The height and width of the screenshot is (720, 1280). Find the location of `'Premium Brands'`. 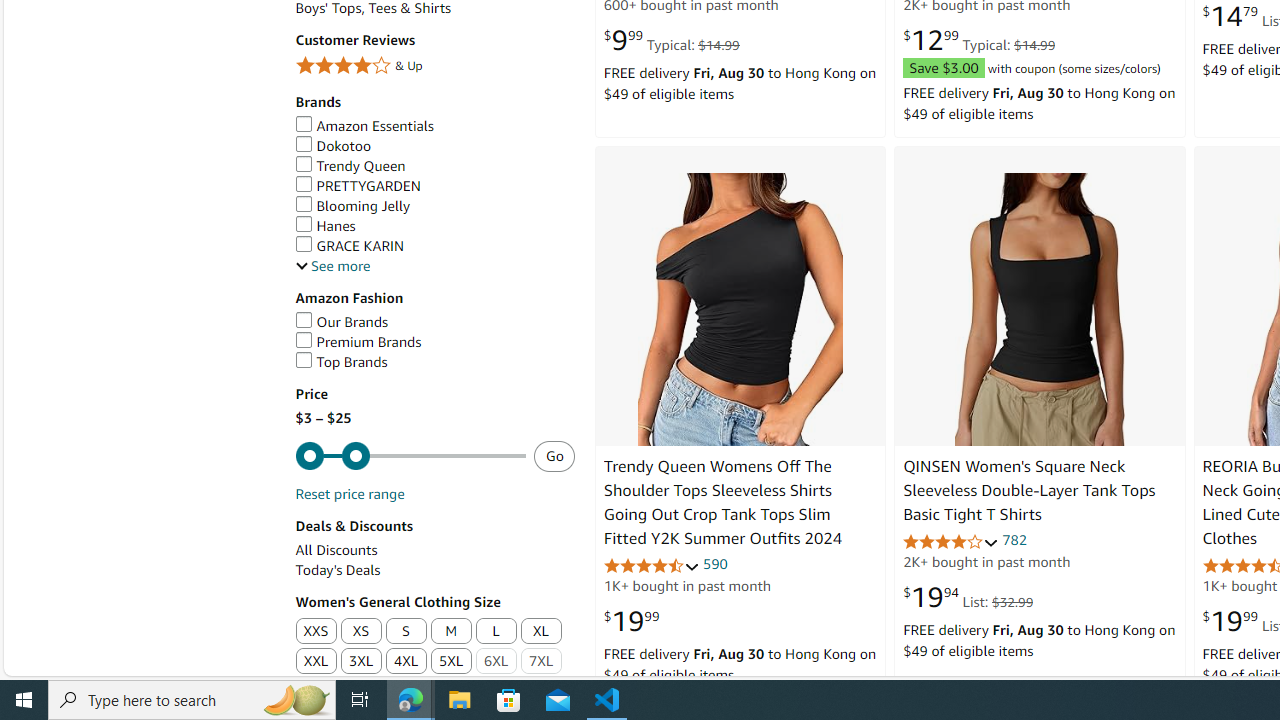

'Premium Brands' is located at coordinates (358, 341).